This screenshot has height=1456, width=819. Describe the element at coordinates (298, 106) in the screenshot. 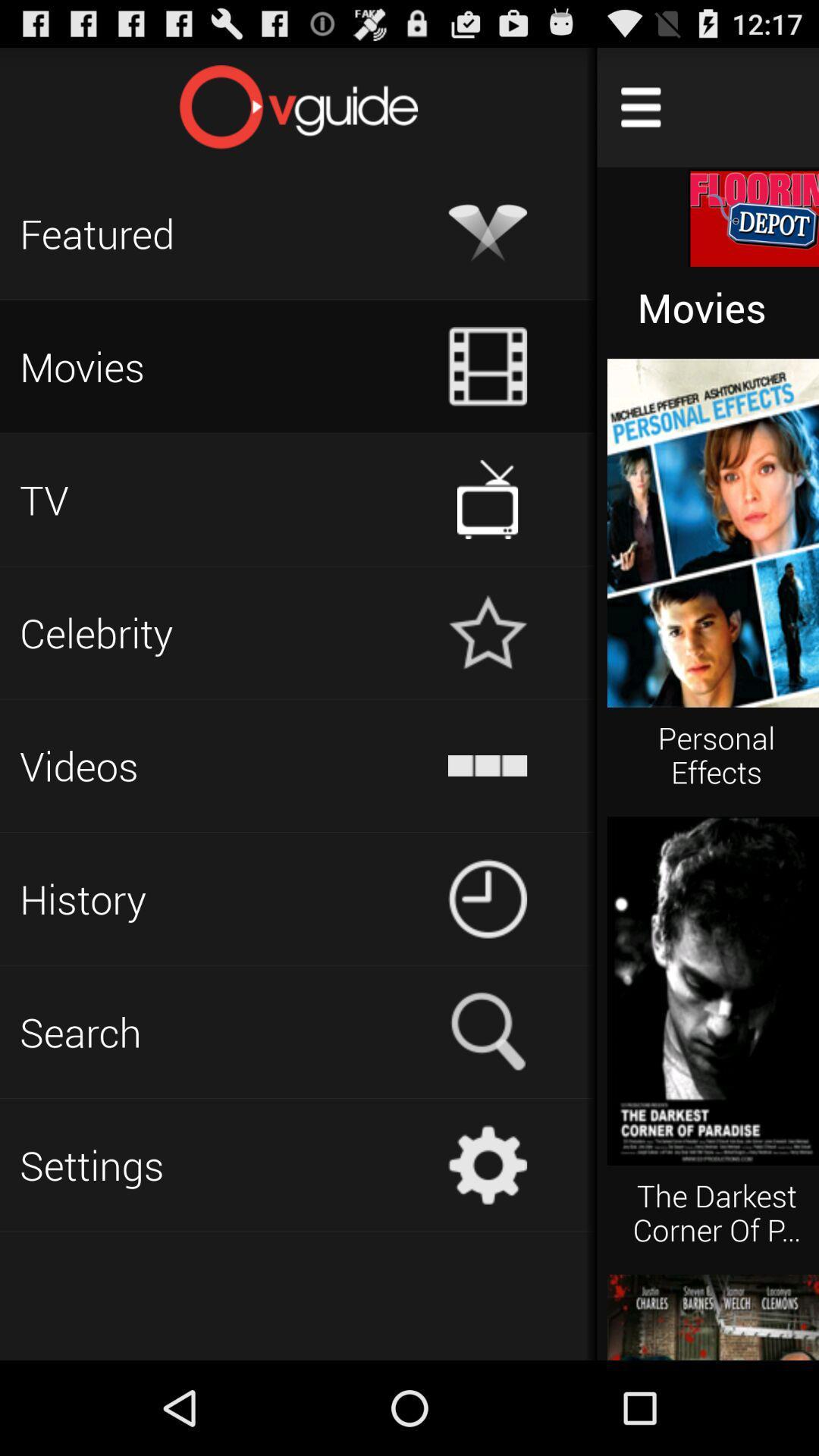

I see `frontpage` at that location.